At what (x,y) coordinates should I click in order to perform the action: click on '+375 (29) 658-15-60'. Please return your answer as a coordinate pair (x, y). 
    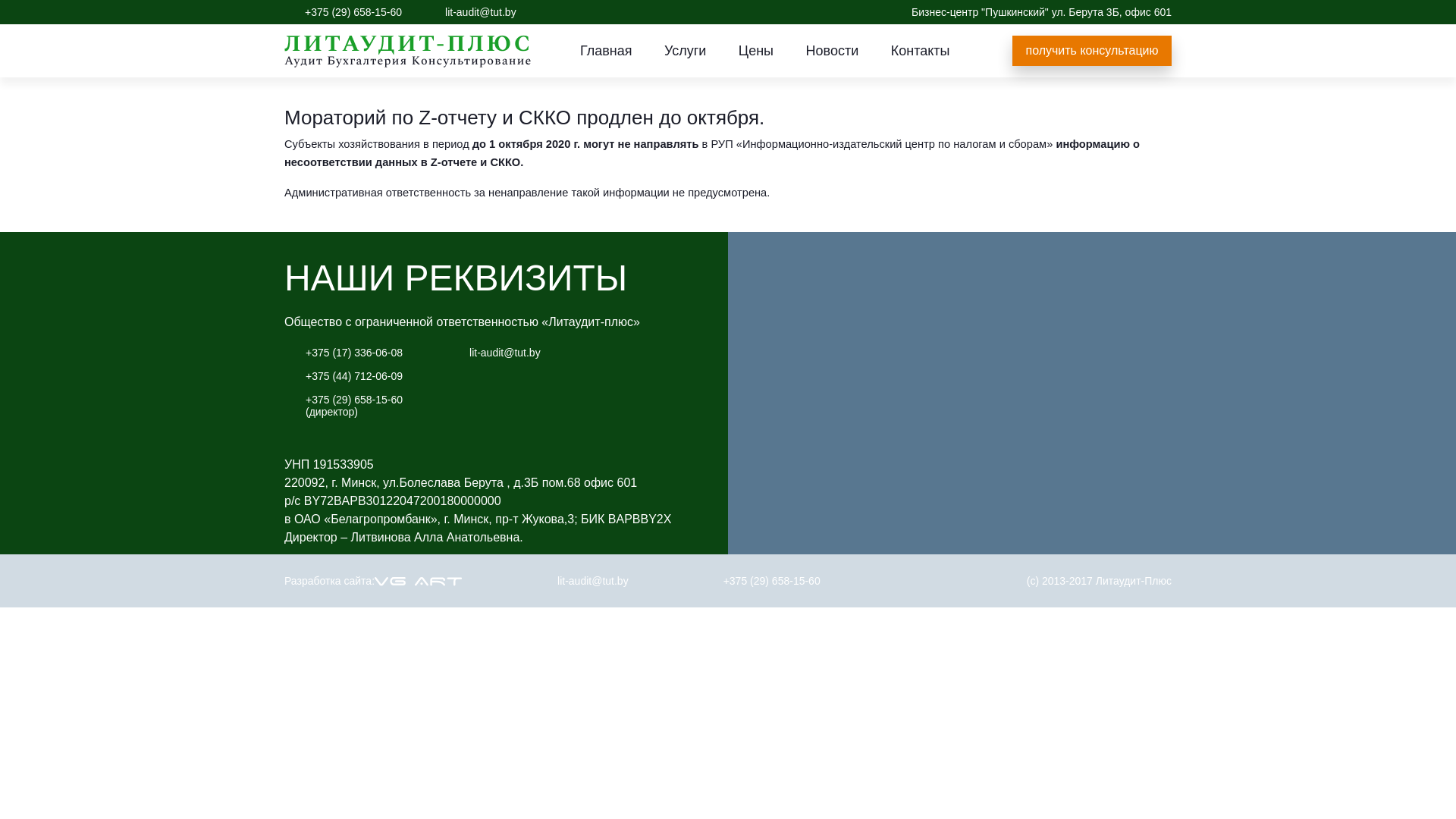
    Looking at the image, I should click on (304, 11).